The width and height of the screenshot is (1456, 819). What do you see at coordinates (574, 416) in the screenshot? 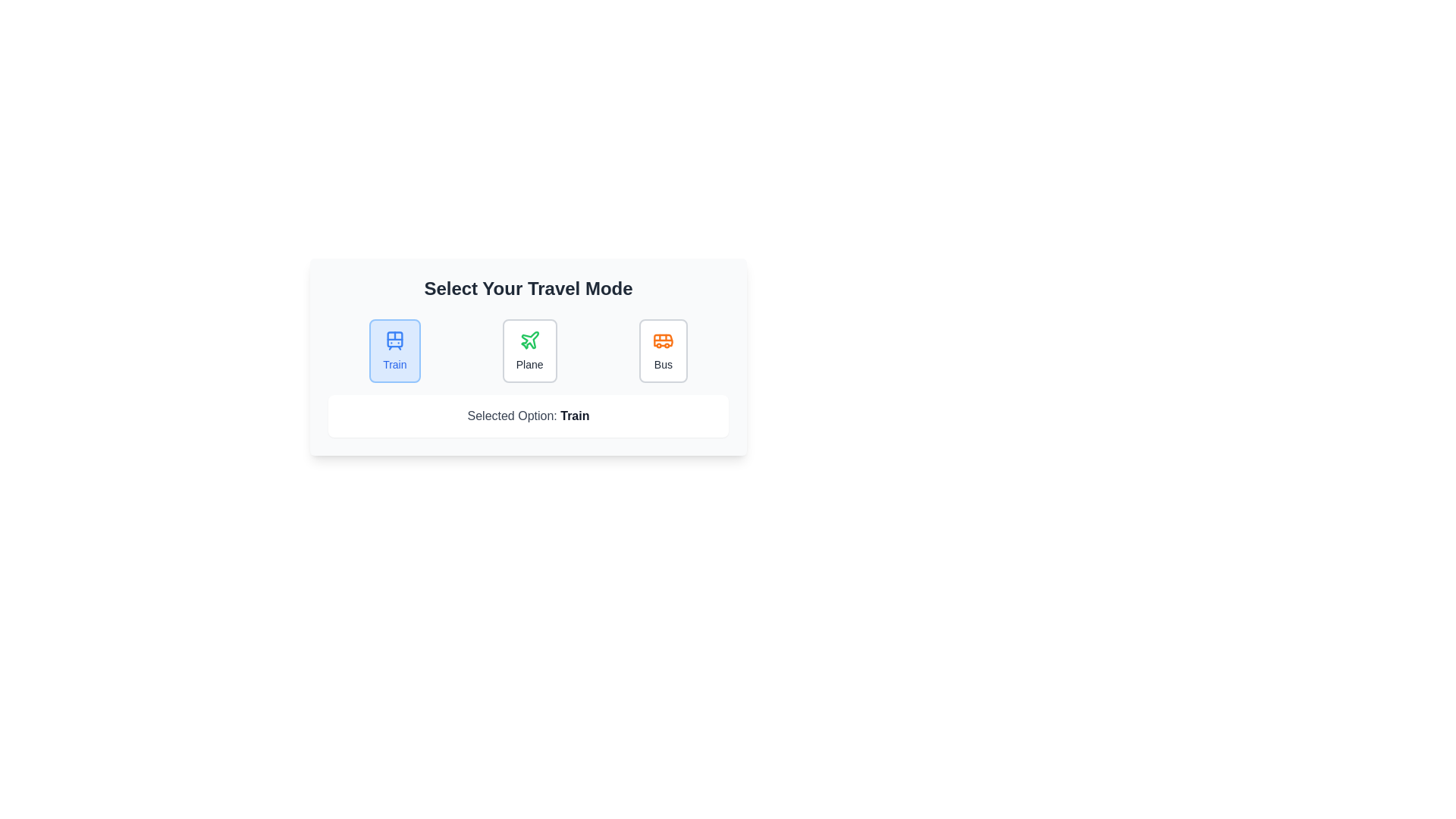
I see `text label that displays the selected travel mode, 'Train', which is located at the end of the sentence 'Selected Option: Train'` at bounding box center [574, 416].